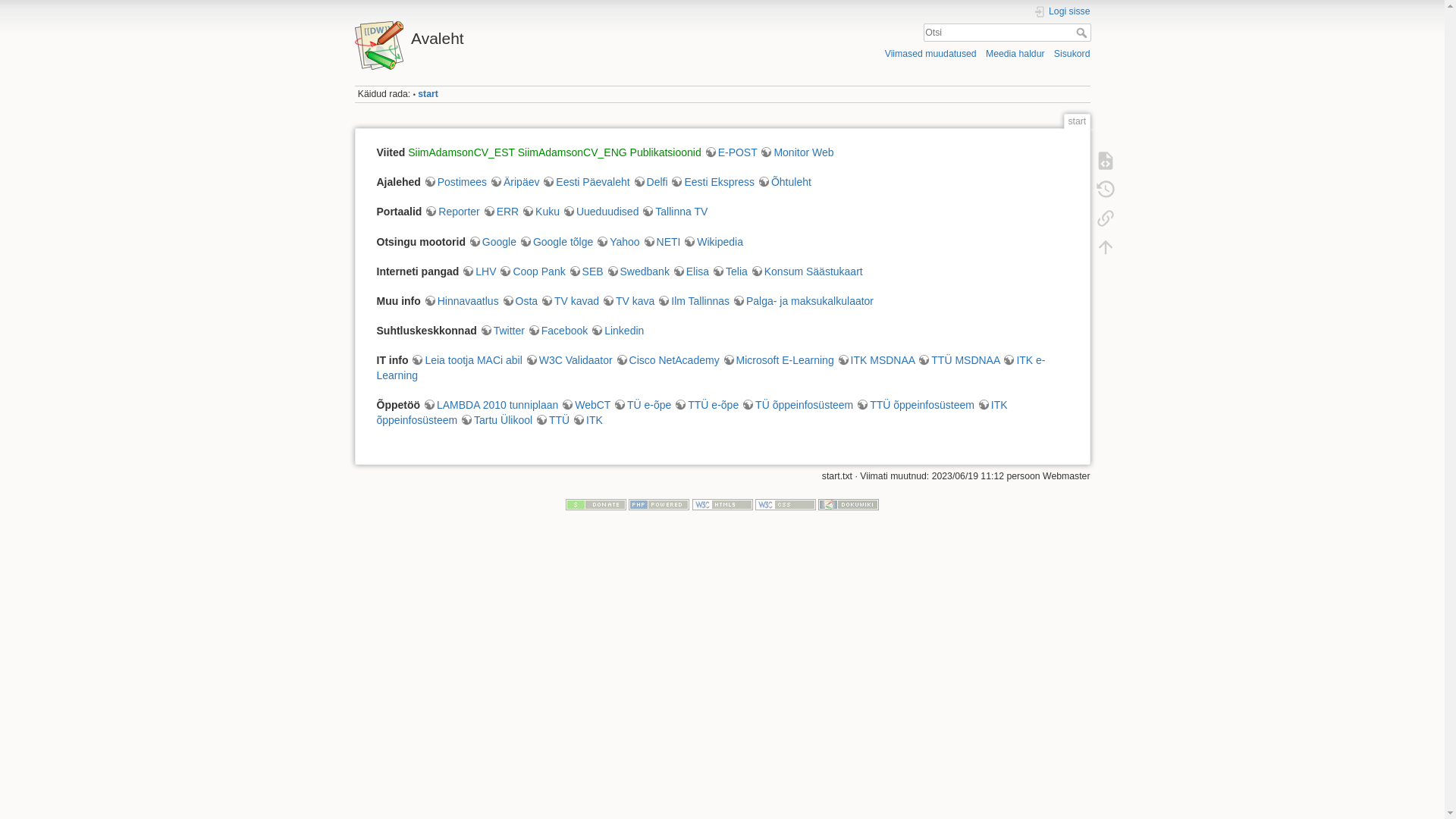 Image resolution: width=1456 pixels, height=819 pixels. Describe the element at coordinates (930, 52) in the screenshot. I see `'Viimased muudatused'` at that location.